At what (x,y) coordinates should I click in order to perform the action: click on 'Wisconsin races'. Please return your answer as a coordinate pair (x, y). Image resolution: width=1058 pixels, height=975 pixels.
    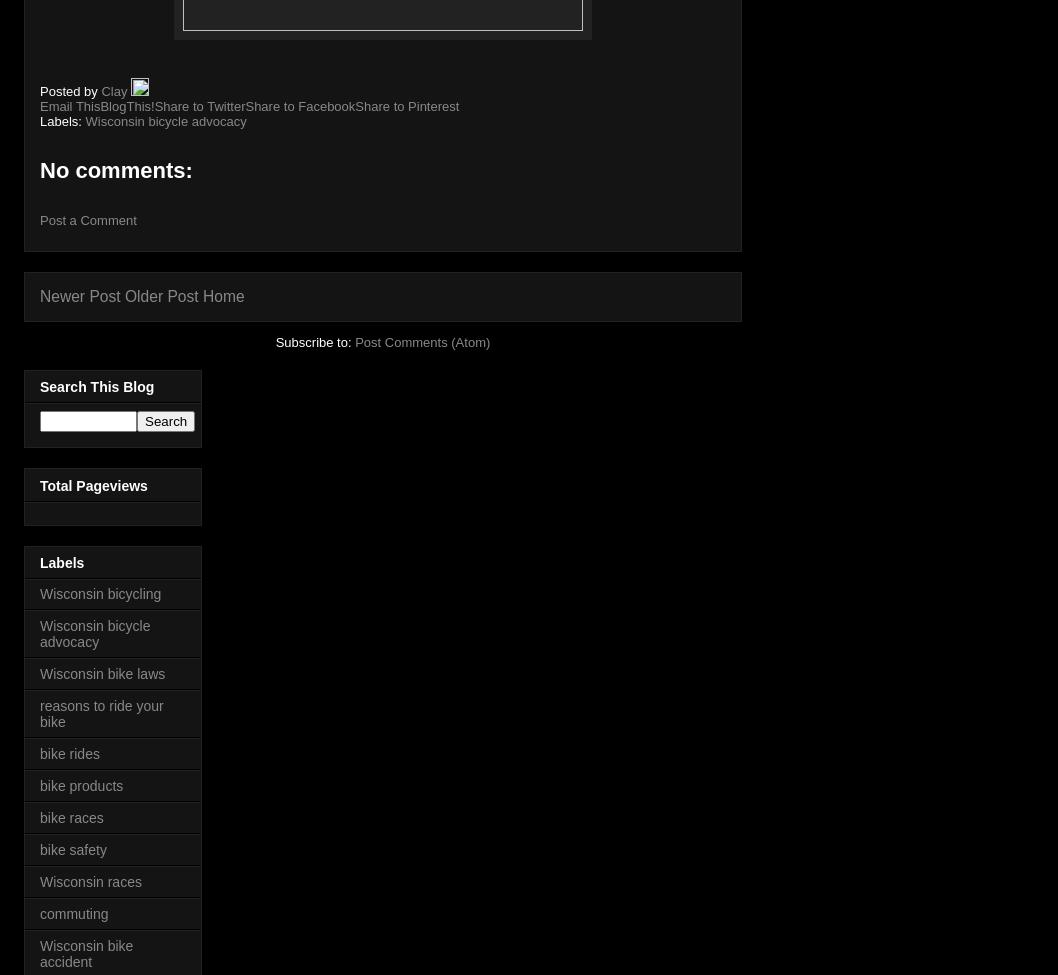
    Looking at the image, I should click on (89, 880).